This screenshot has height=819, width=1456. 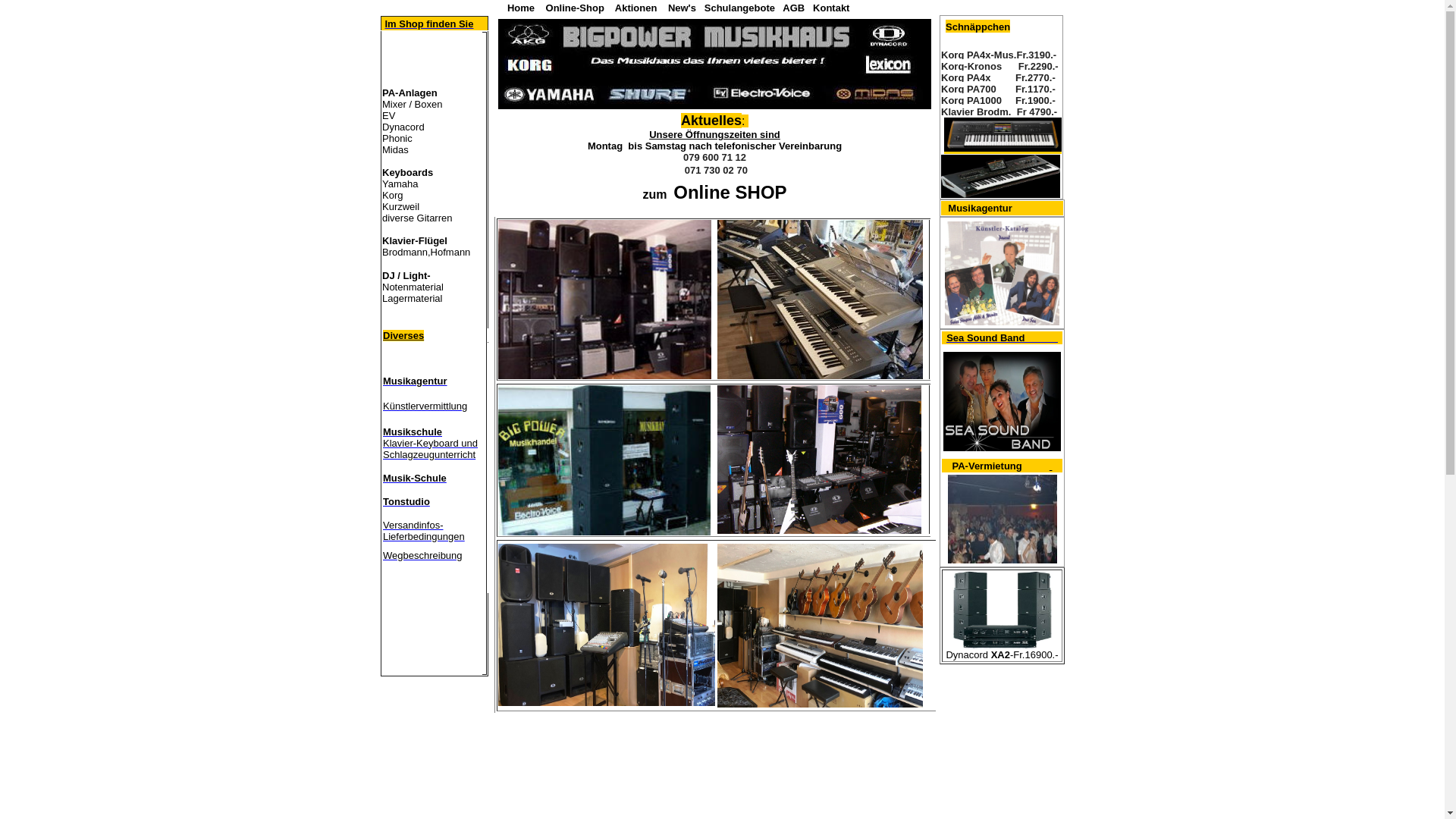 I want to click on 'AGB', so click(x=792, y=8).